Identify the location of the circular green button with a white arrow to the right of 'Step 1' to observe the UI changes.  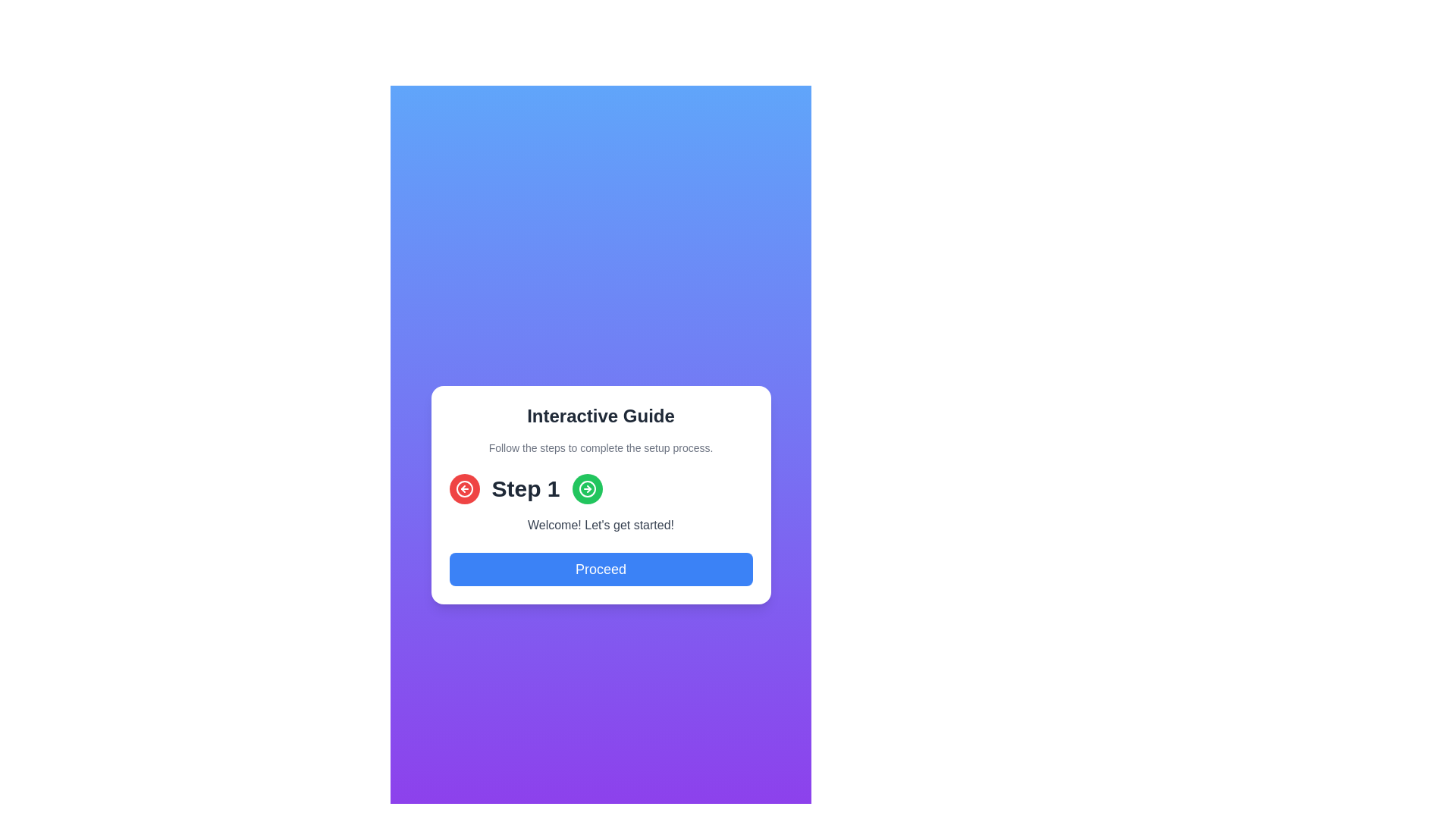
(586, 488).